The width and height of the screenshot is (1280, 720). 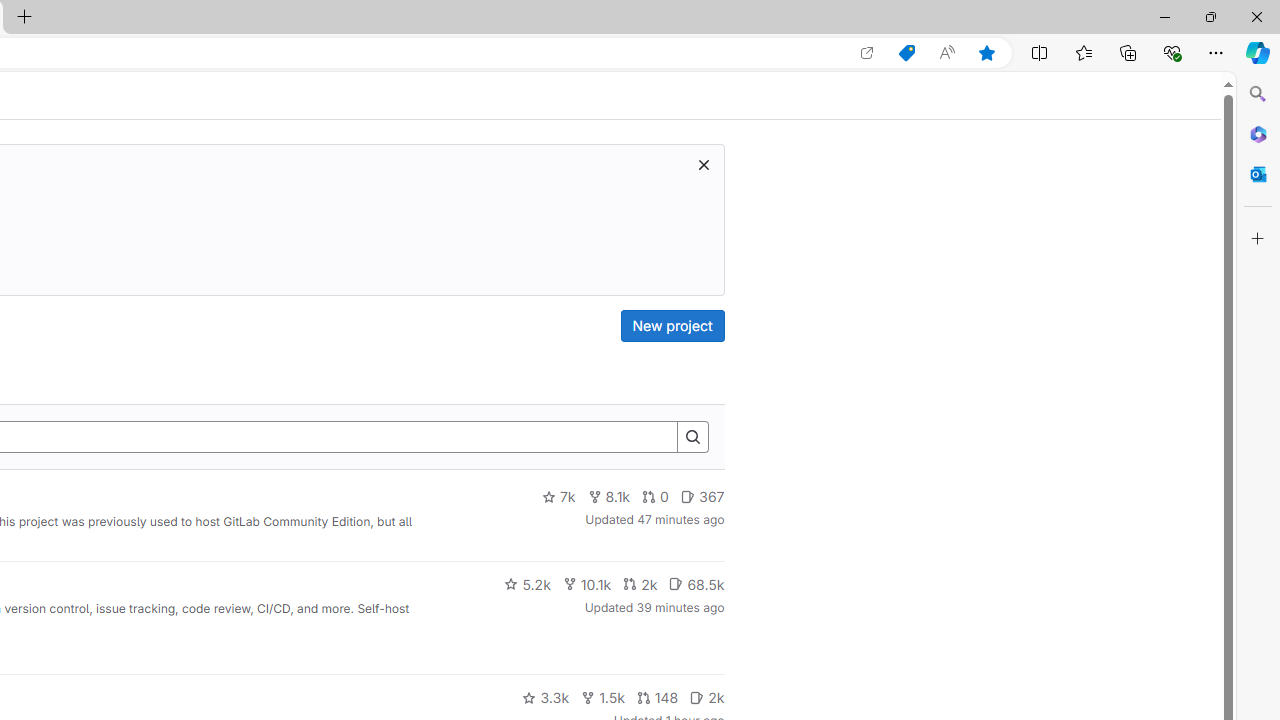 I want to click on 'Open in app', so click(x=867, y=52).